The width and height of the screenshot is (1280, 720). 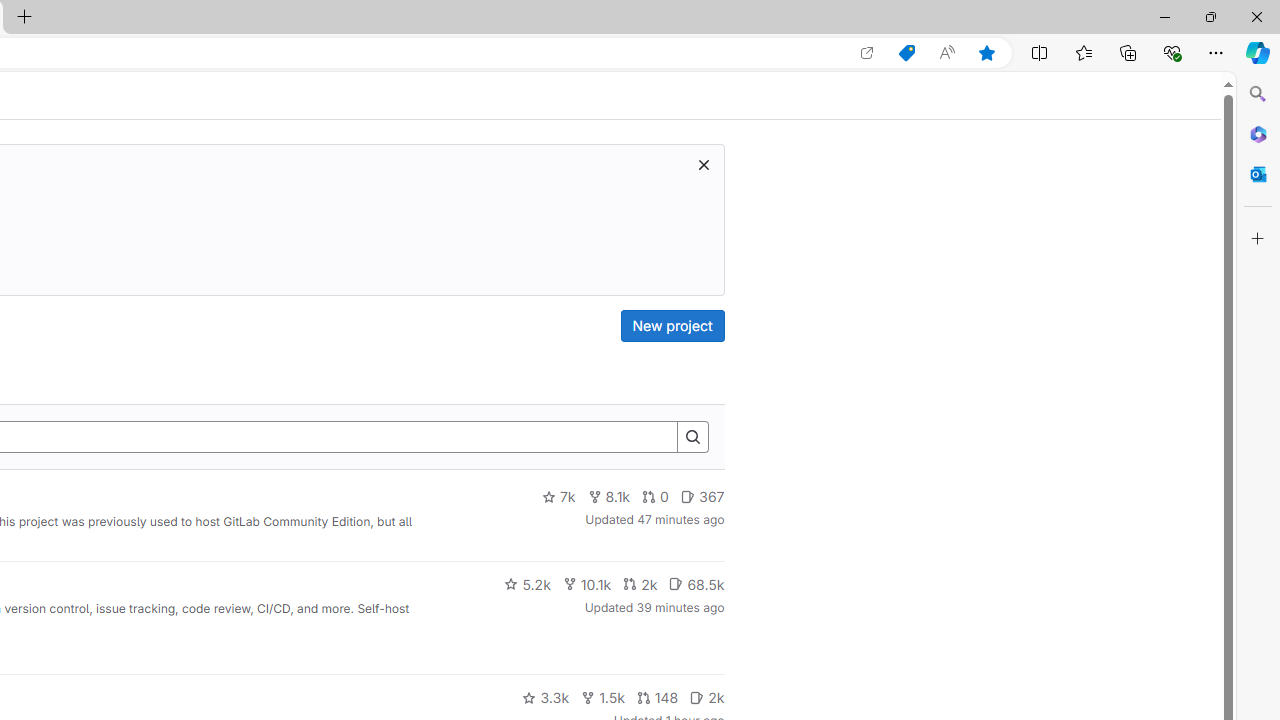 I want to click on 'Open in app', so click(x=867, y=52).